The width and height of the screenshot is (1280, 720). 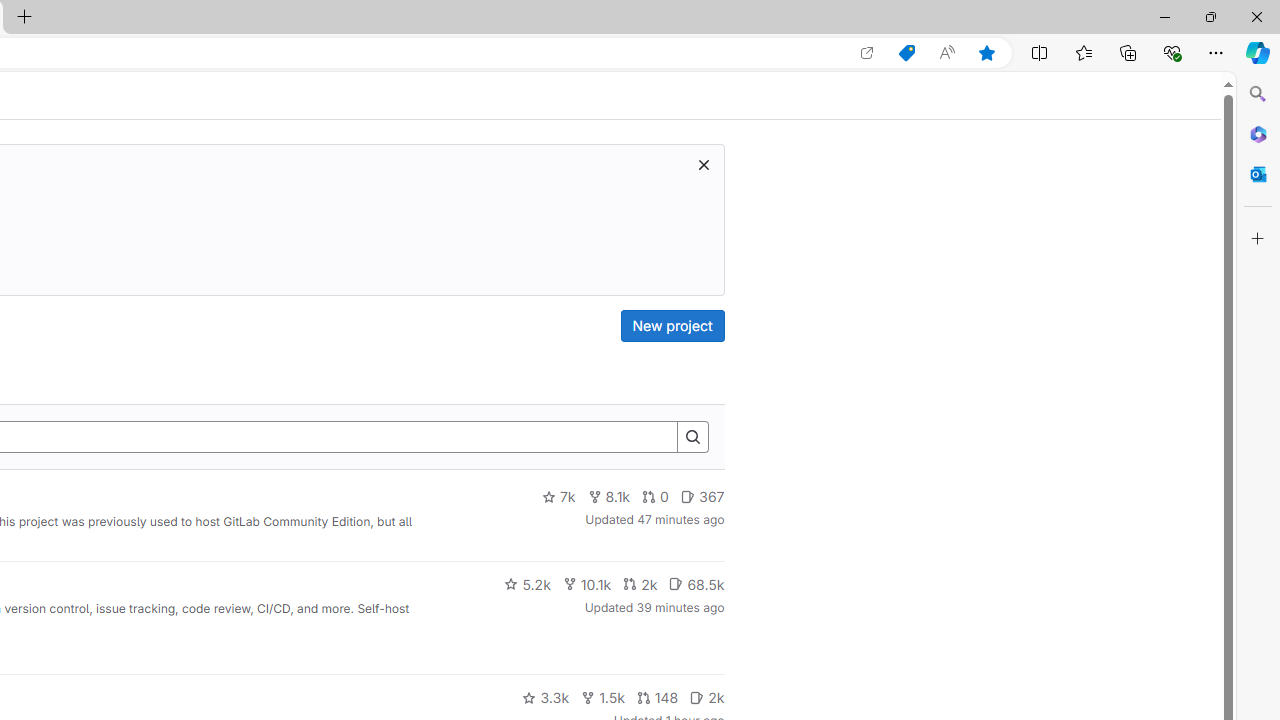 I want to click on 'Open in app', so click(x=867, y=52).